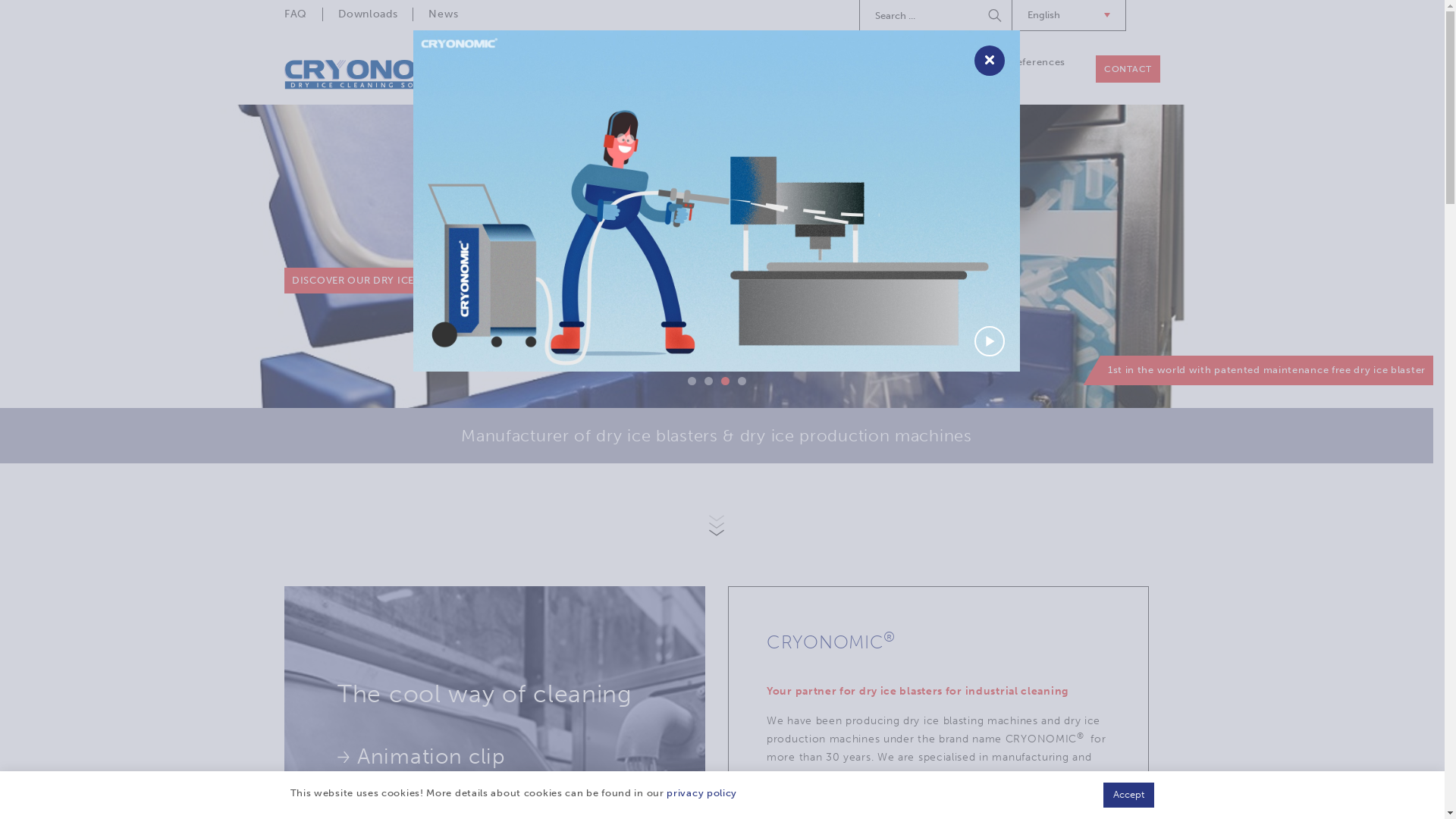 The width and height of the screenshot is (1456, 819). What do you see at coordinates (735, 61) in the screenshot?
I see `'Dry ice process'` at bounding box center [735, 61].